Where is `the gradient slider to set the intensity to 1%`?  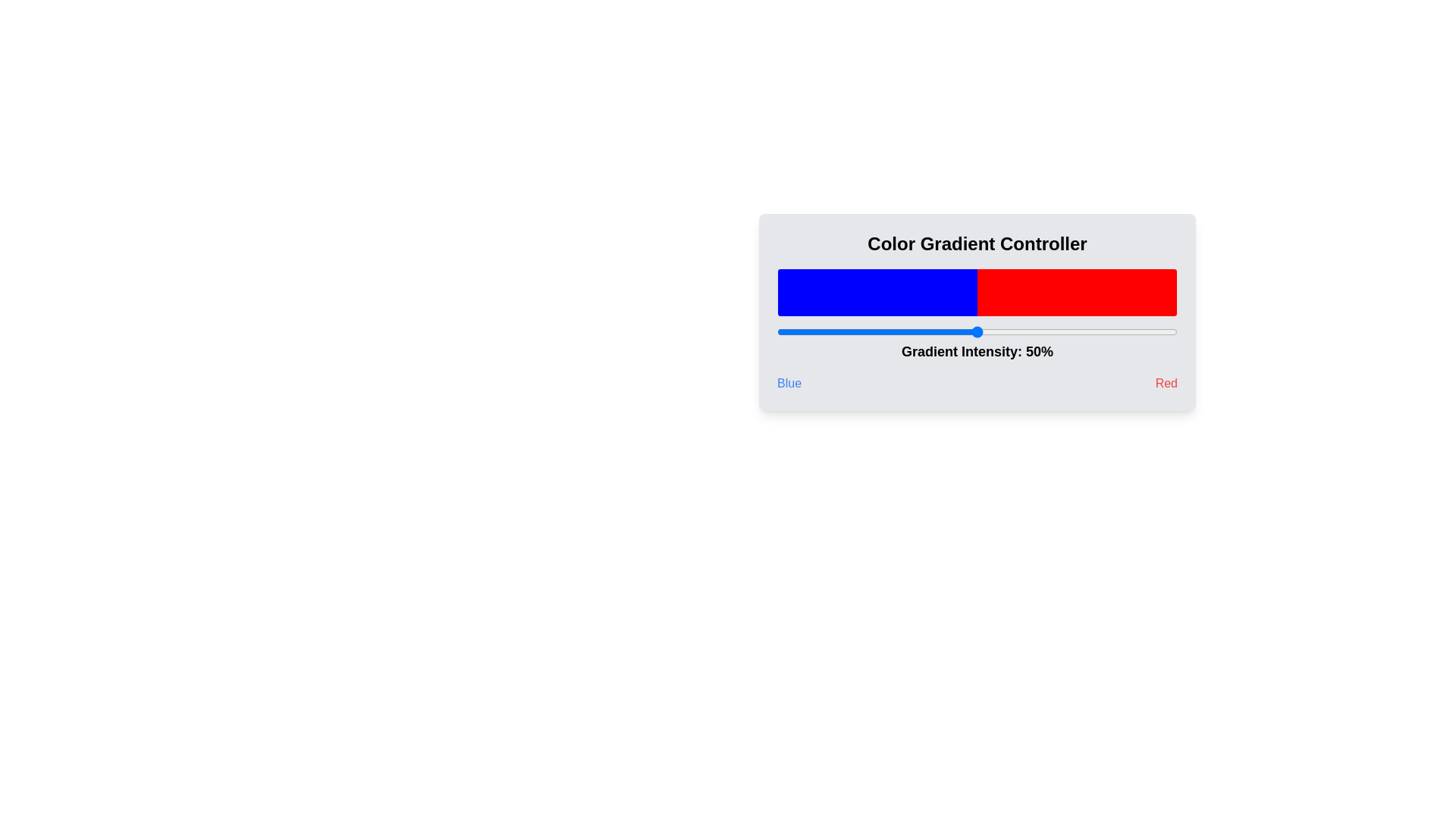 the gradient slider to set the intensity to 1% is located at coordinates (781, 331).